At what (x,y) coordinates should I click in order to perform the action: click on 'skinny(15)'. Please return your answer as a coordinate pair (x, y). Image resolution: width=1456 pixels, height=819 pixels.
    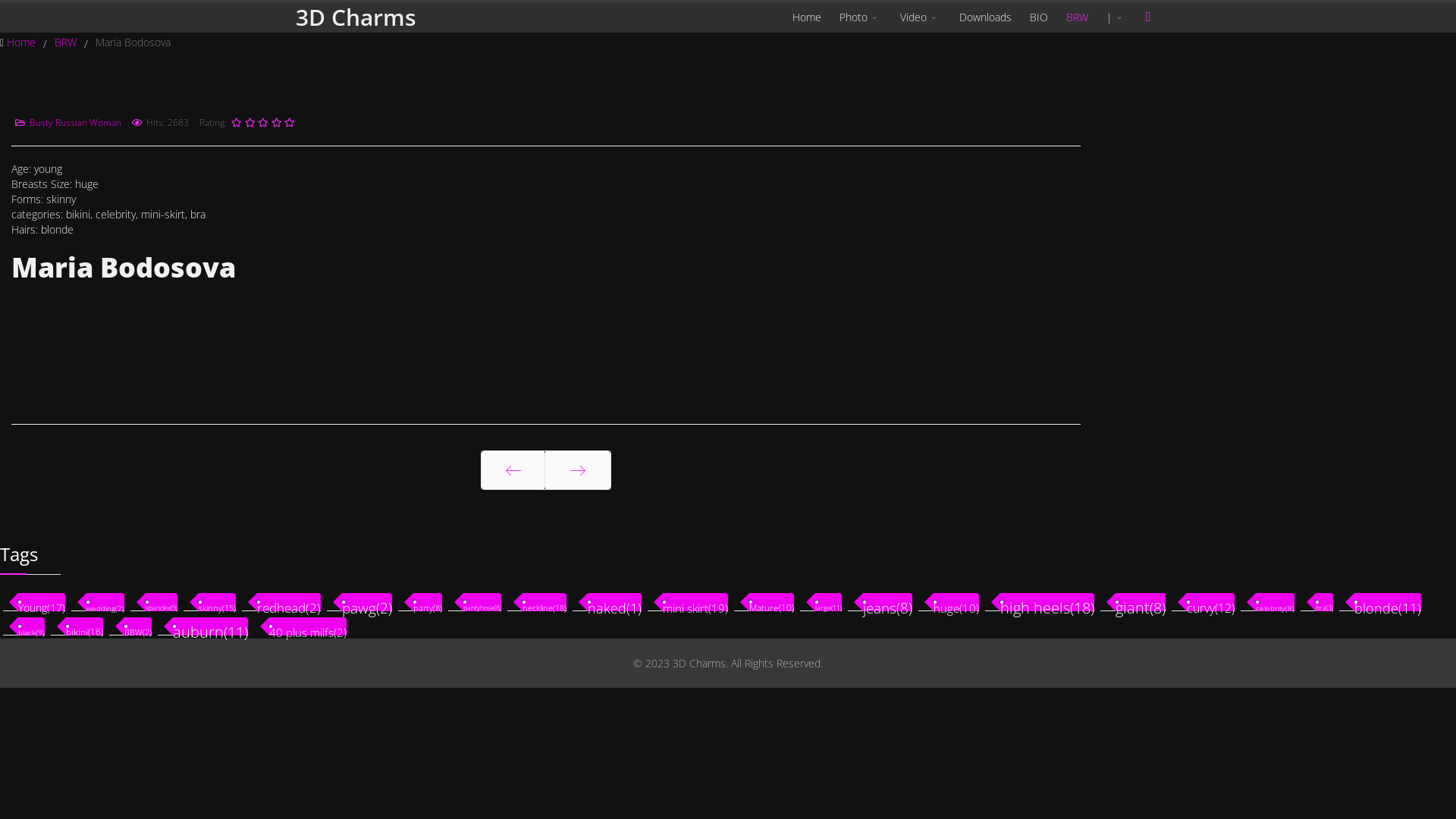
    Looking at the image, I should click on (216, 601).